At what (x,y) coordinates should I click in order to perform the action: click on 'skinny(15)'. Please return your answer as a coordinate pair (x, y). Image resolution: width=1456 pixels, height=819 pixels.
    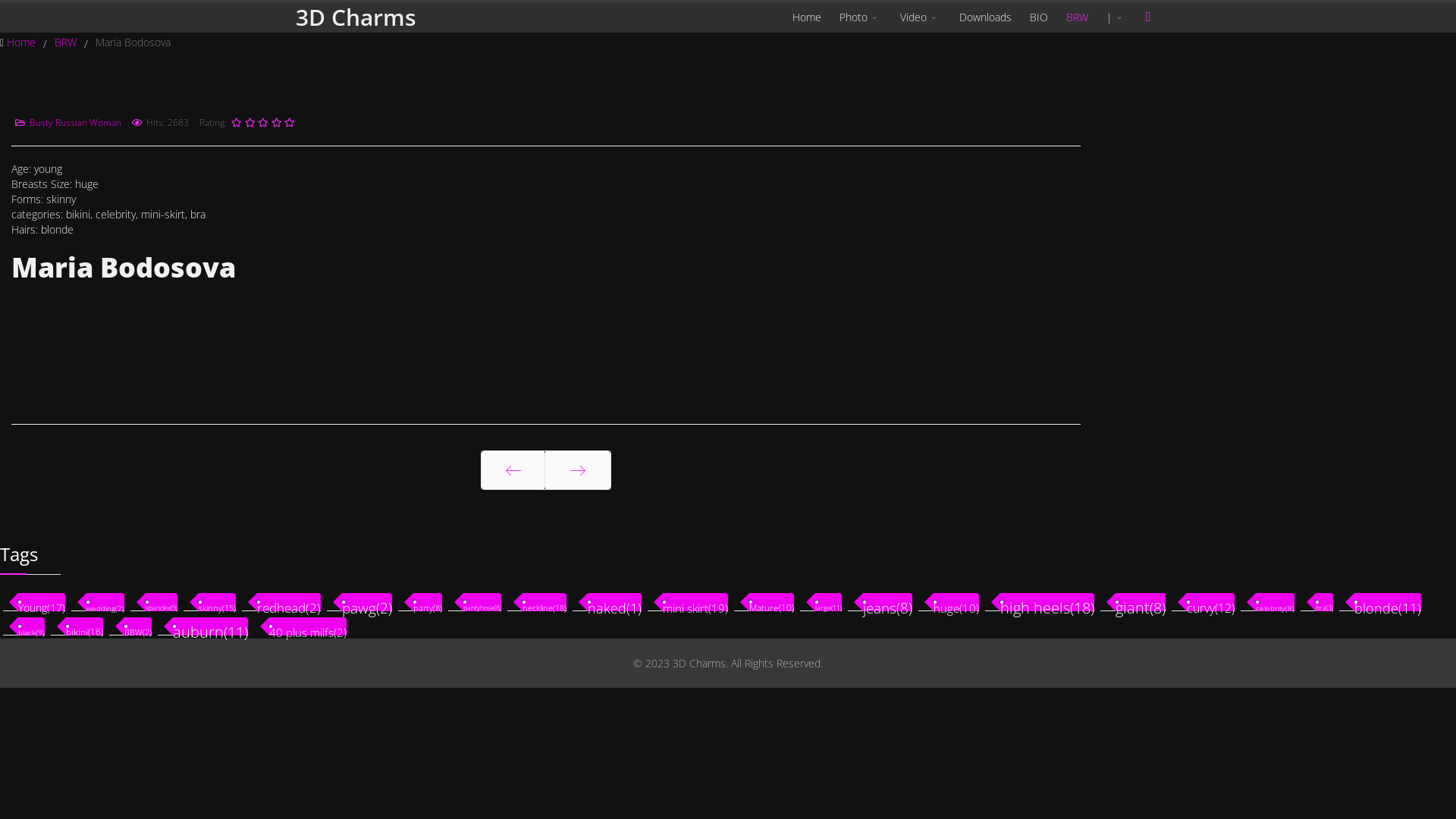
    Looking at the image, I should click on (216, 601).